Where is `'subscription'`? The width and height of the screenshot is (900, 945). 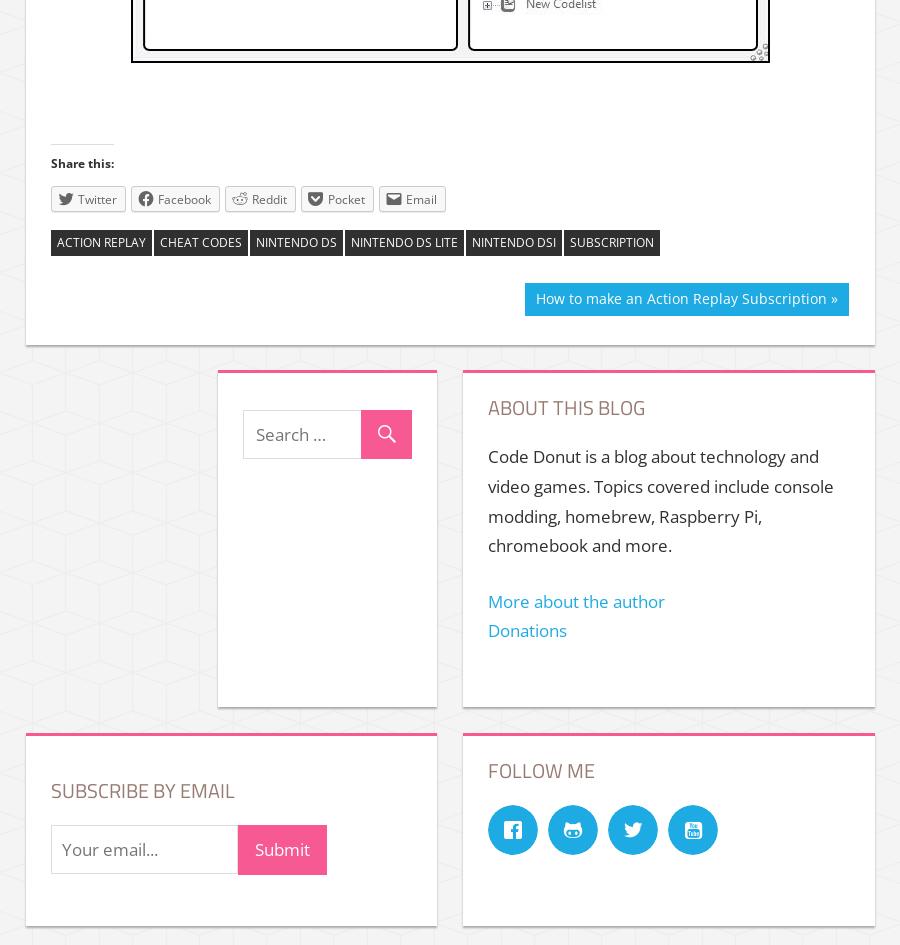 'subscription' is located at coordinates (612, 241).